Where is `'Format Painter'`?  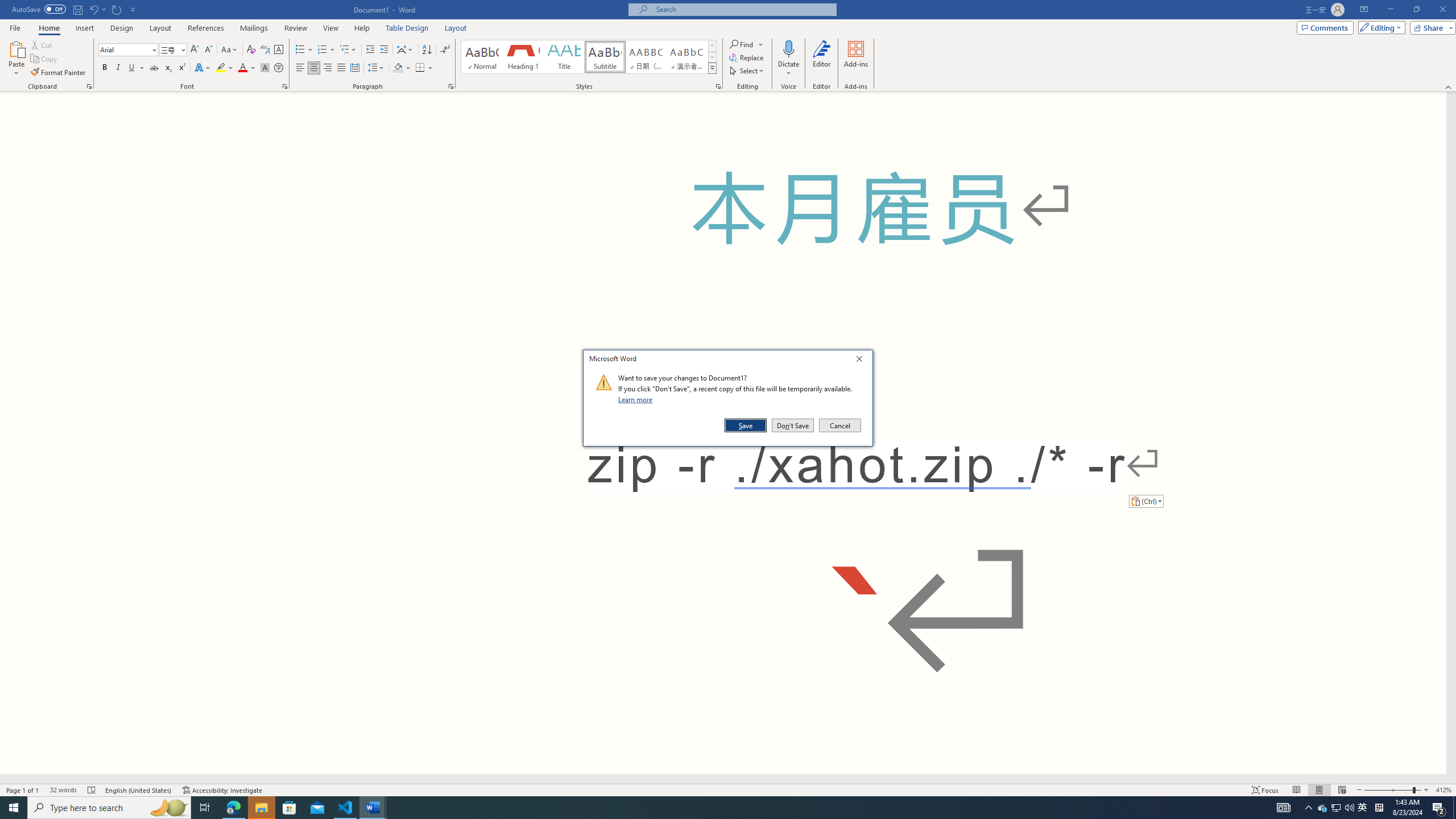 'Format Painter' is located at coordinates (58, 72).